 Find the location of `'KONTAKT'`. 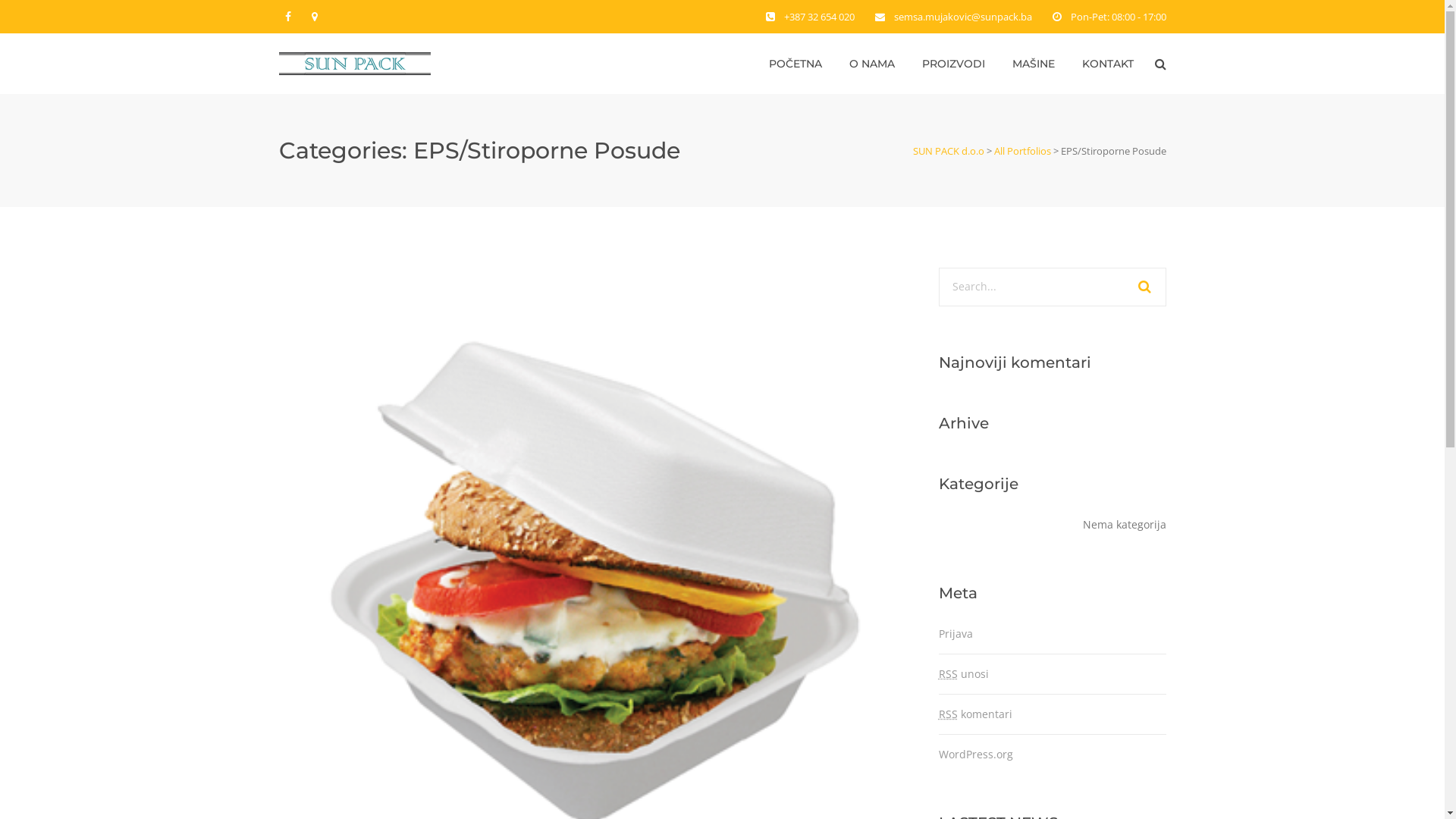

'KONTAKT' is located at coordinates (1106, 63).